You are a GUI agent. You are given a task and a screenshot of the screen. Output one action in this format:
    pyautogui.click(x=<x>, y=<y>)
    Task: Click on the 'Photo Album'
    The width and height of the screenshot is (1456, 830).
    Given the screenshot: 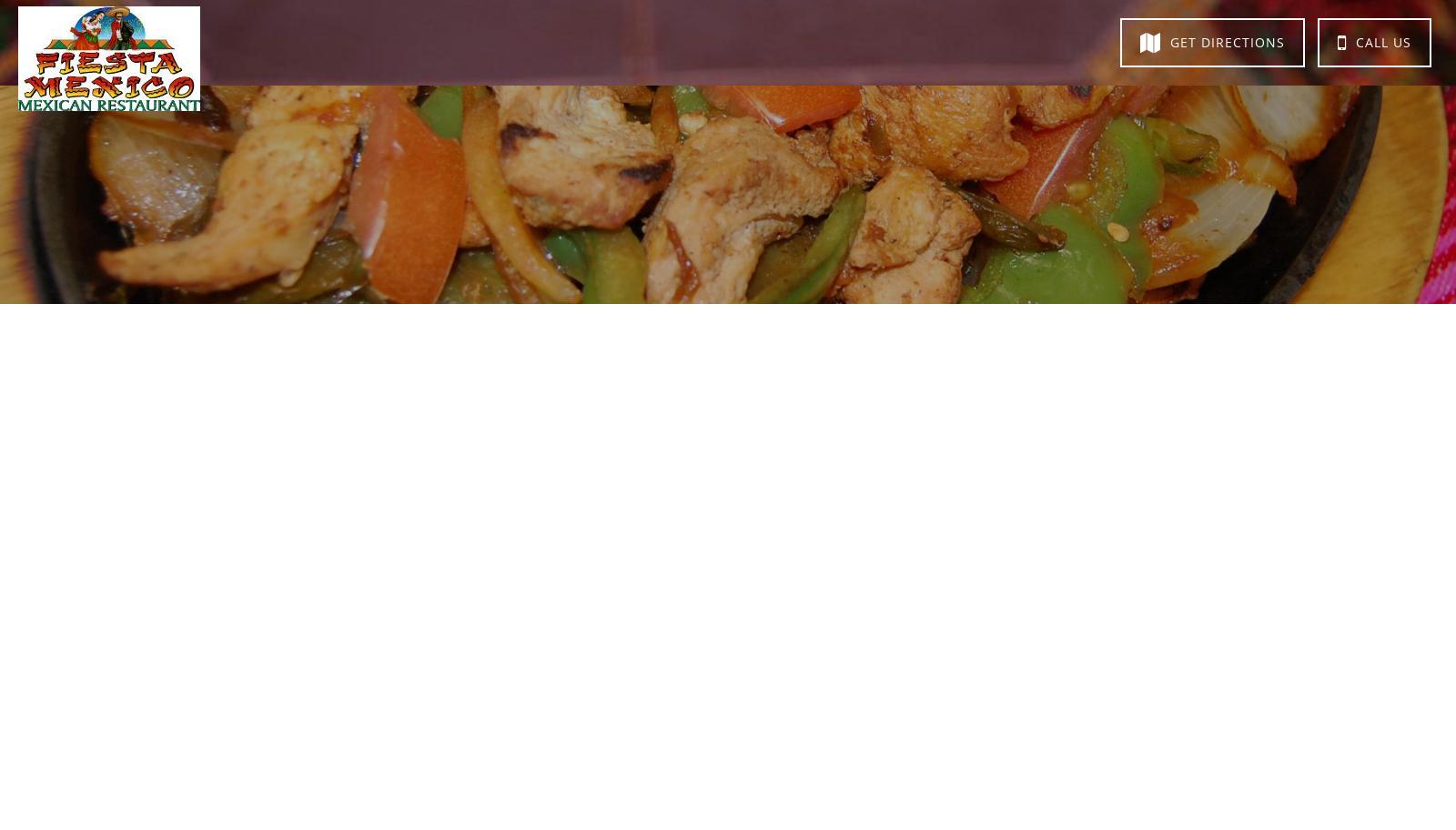 What is the action you would take?
    pyautogui.click(x=753, y=39)
    